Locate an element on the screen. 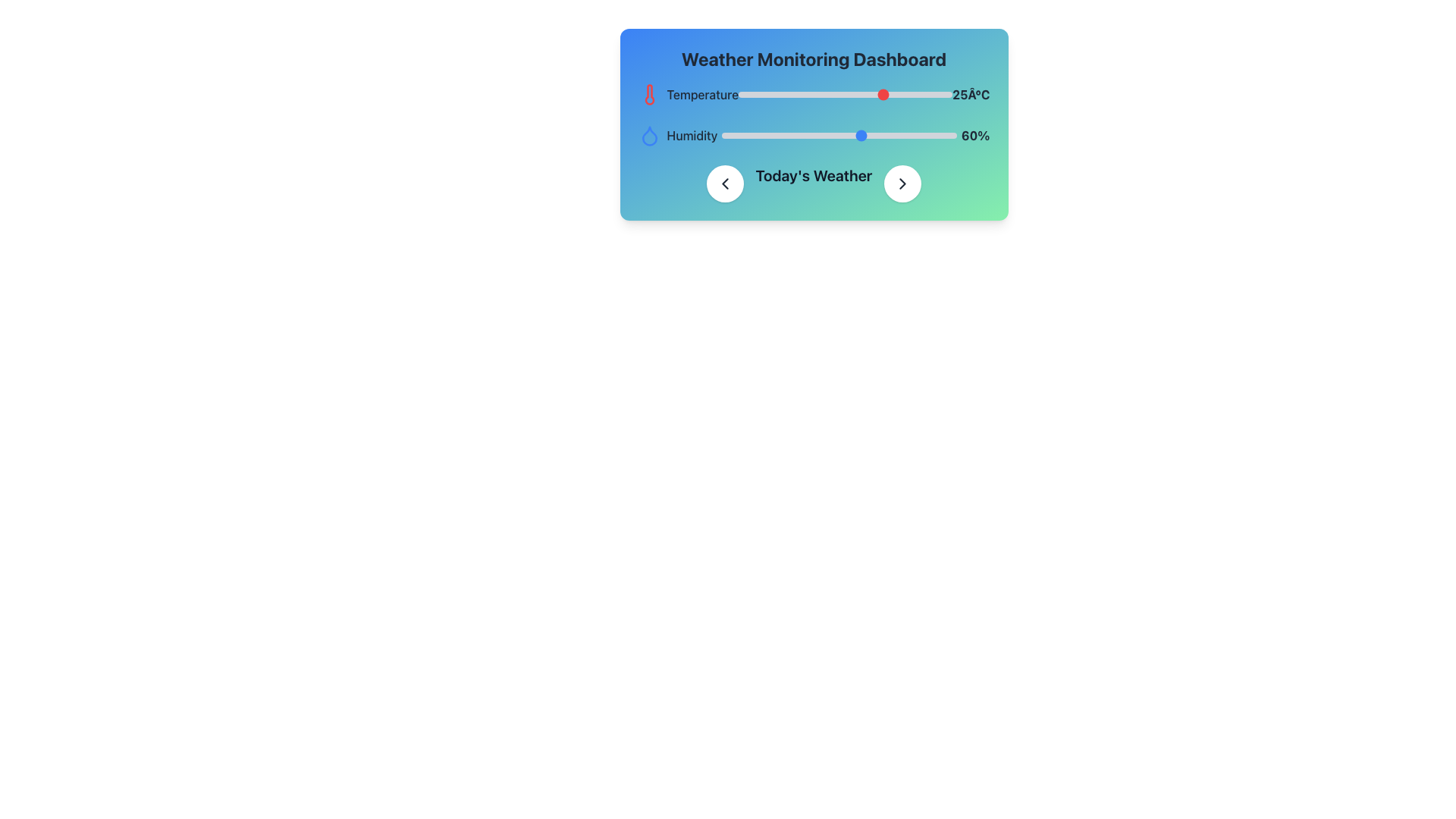  the text label indicating the current weather information titled 'Today's Weather', which is centrally located within its module is located at coordinates (813, 183).